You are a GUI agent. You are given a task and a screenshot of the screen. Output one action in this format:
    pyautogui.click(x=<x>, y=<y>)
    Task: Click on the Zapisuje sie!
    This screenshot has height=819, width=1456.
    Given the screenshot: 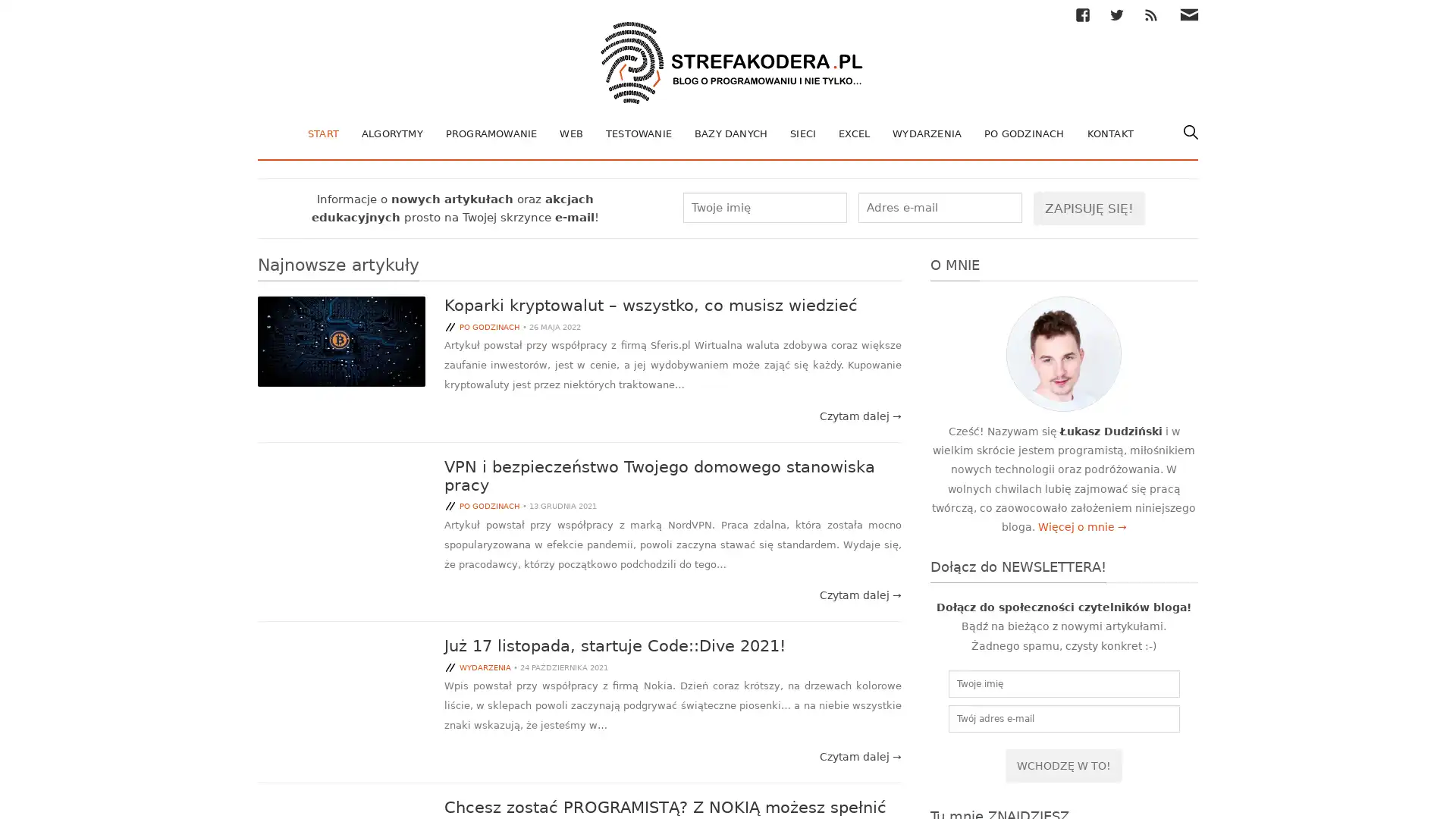 What is the action you would take?
    pyautogui.click(x=1087, y=208)
    